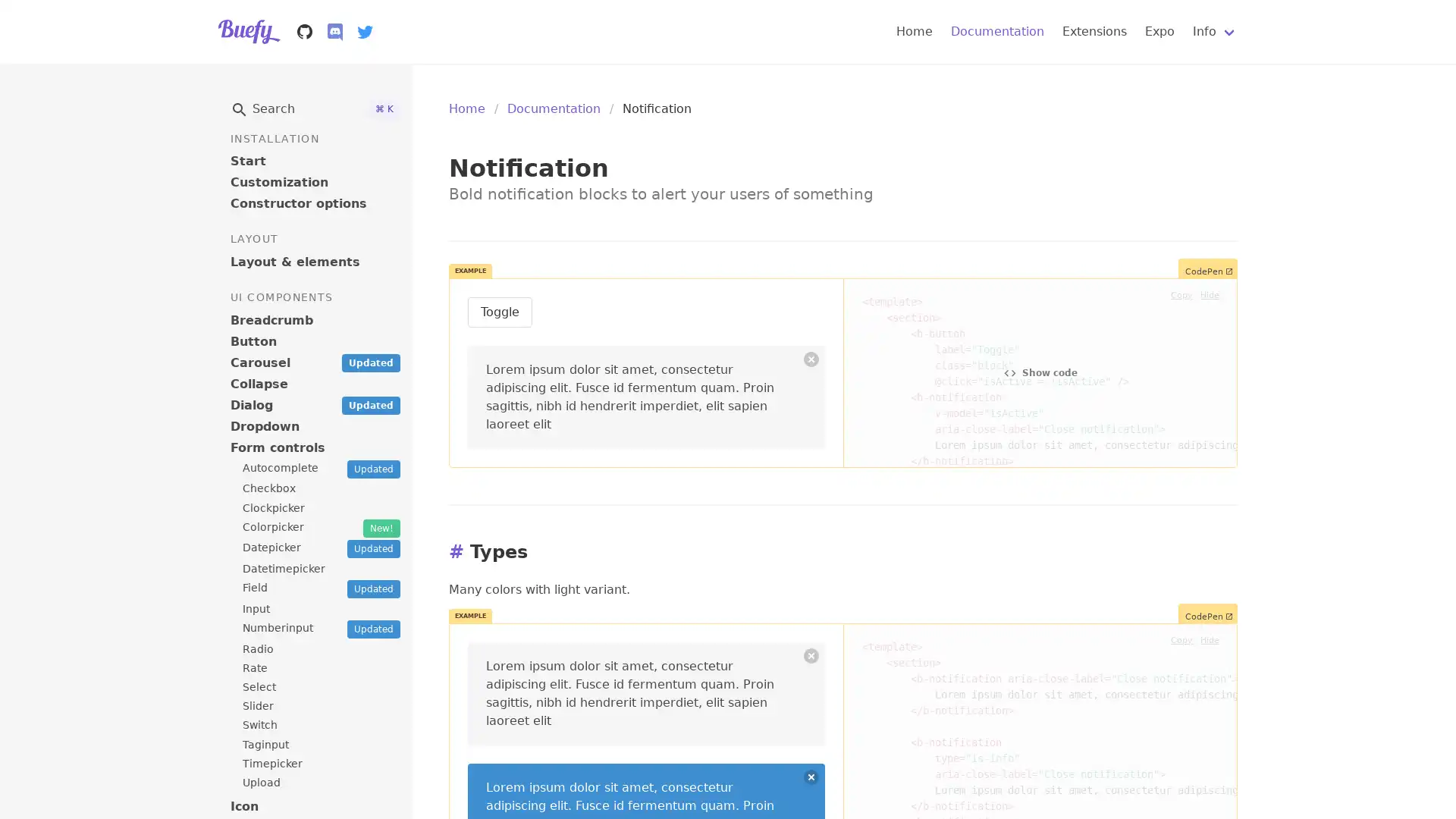 This screenshot has width=1456, height=819. I want to click on Search, so click(315, 108).